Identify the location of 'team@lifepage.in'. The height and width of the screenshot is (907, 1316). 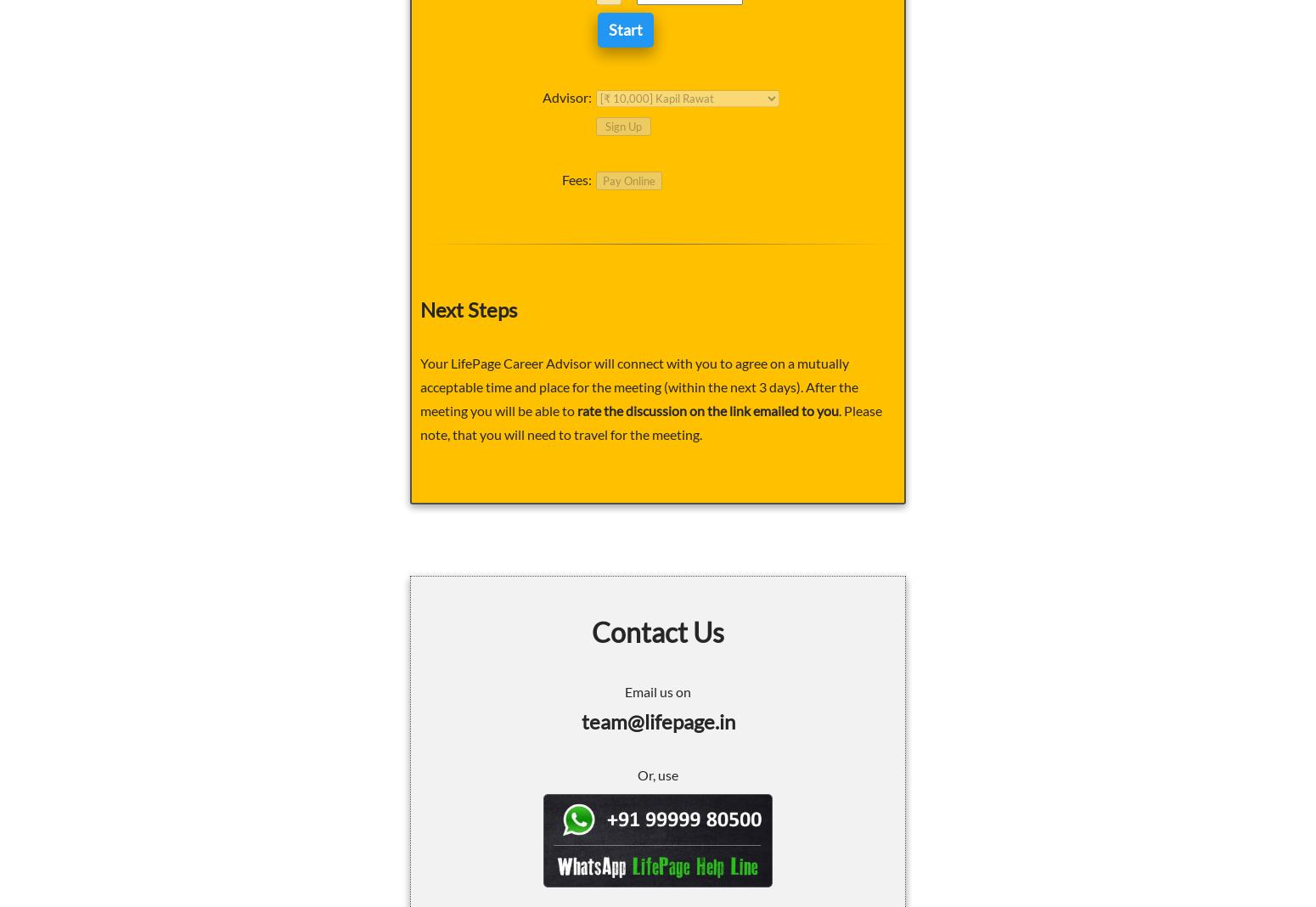
(657, 719).